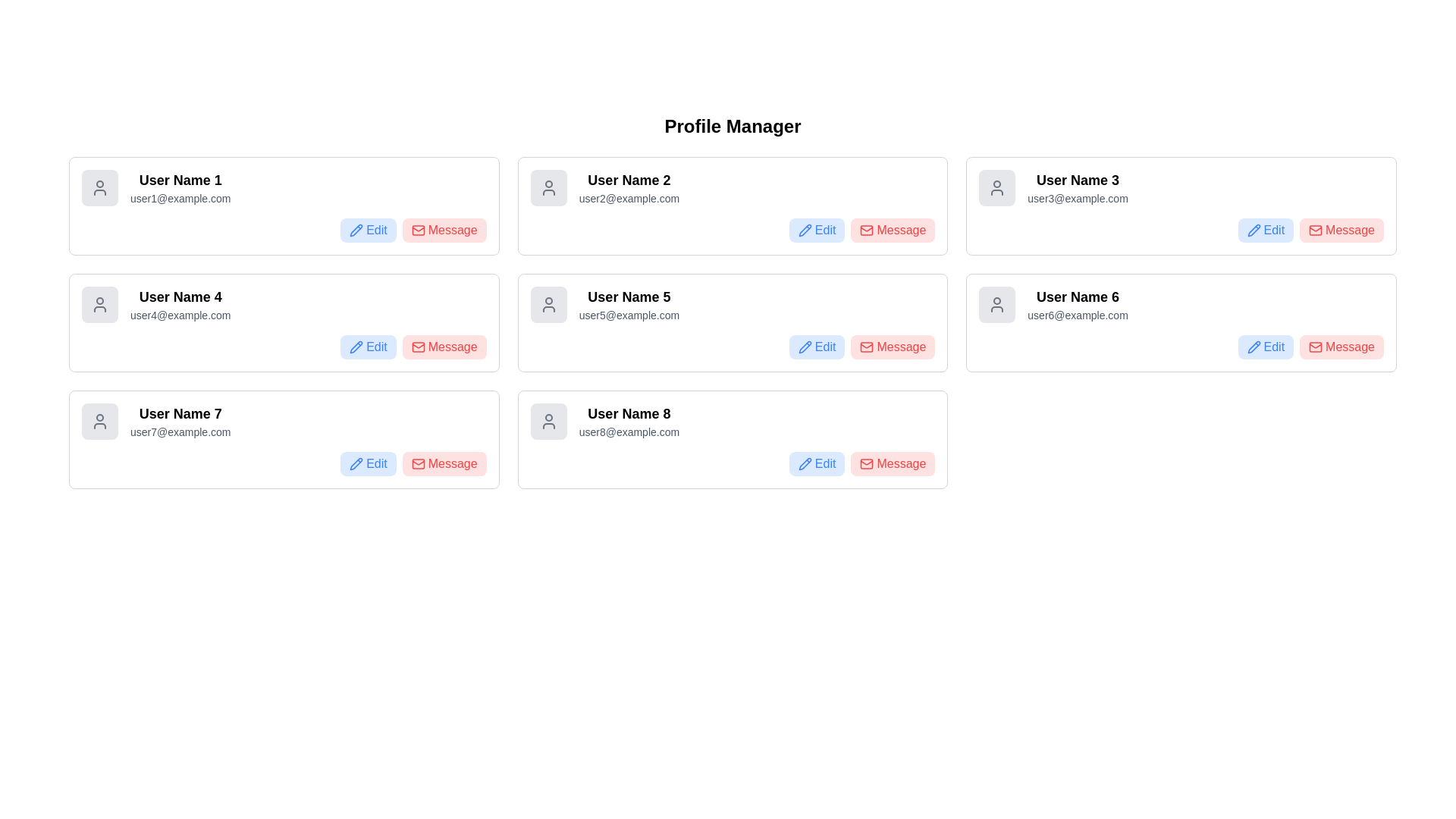 The image size is (1456, 819). What do you see at coordinates (629, 297) in the screenshot?
I see `the text label displaying 'User Name 5', which is prominently styled in bold and positioned above 'user5@example.com' within the central user card in the bottom row` at bounding box center [629, 297].